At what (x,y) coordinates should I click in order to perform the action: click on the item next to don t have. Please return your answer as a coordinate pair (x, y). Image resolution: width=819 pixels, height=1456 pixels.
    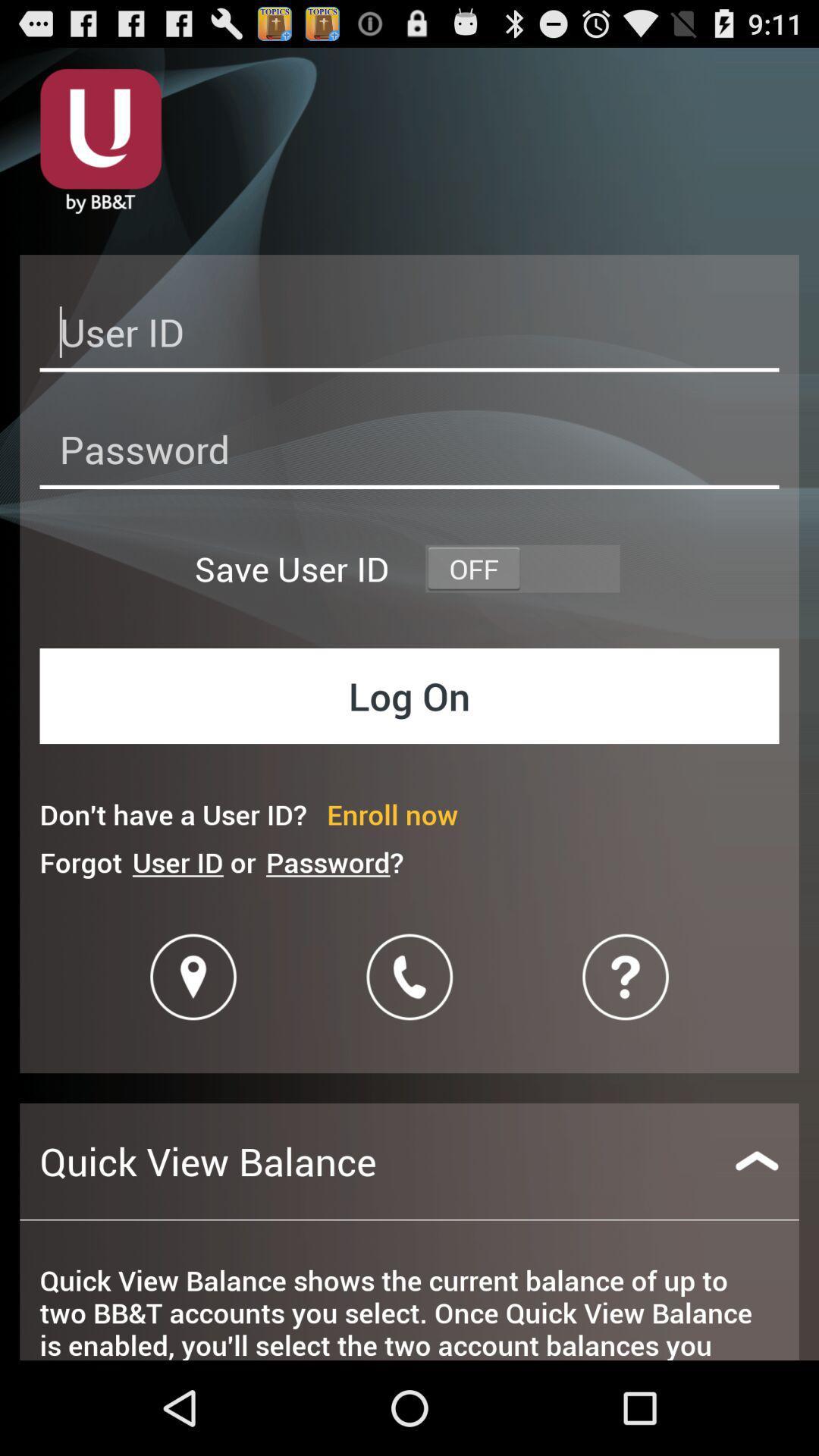
    Looking at the image, I should click on (391, 814).